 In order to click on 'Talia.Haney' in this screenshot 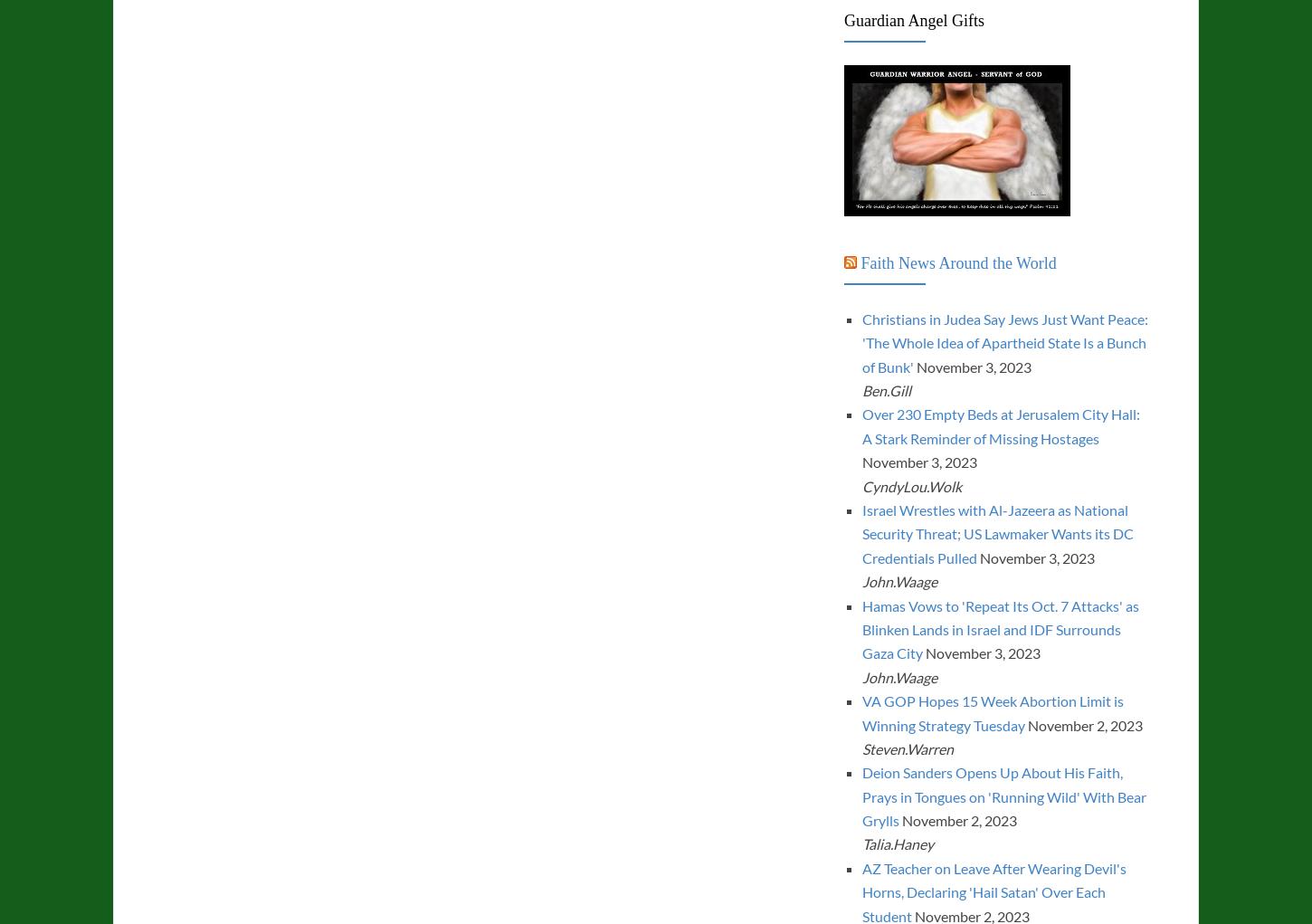, I will do `click(897, 843)`.